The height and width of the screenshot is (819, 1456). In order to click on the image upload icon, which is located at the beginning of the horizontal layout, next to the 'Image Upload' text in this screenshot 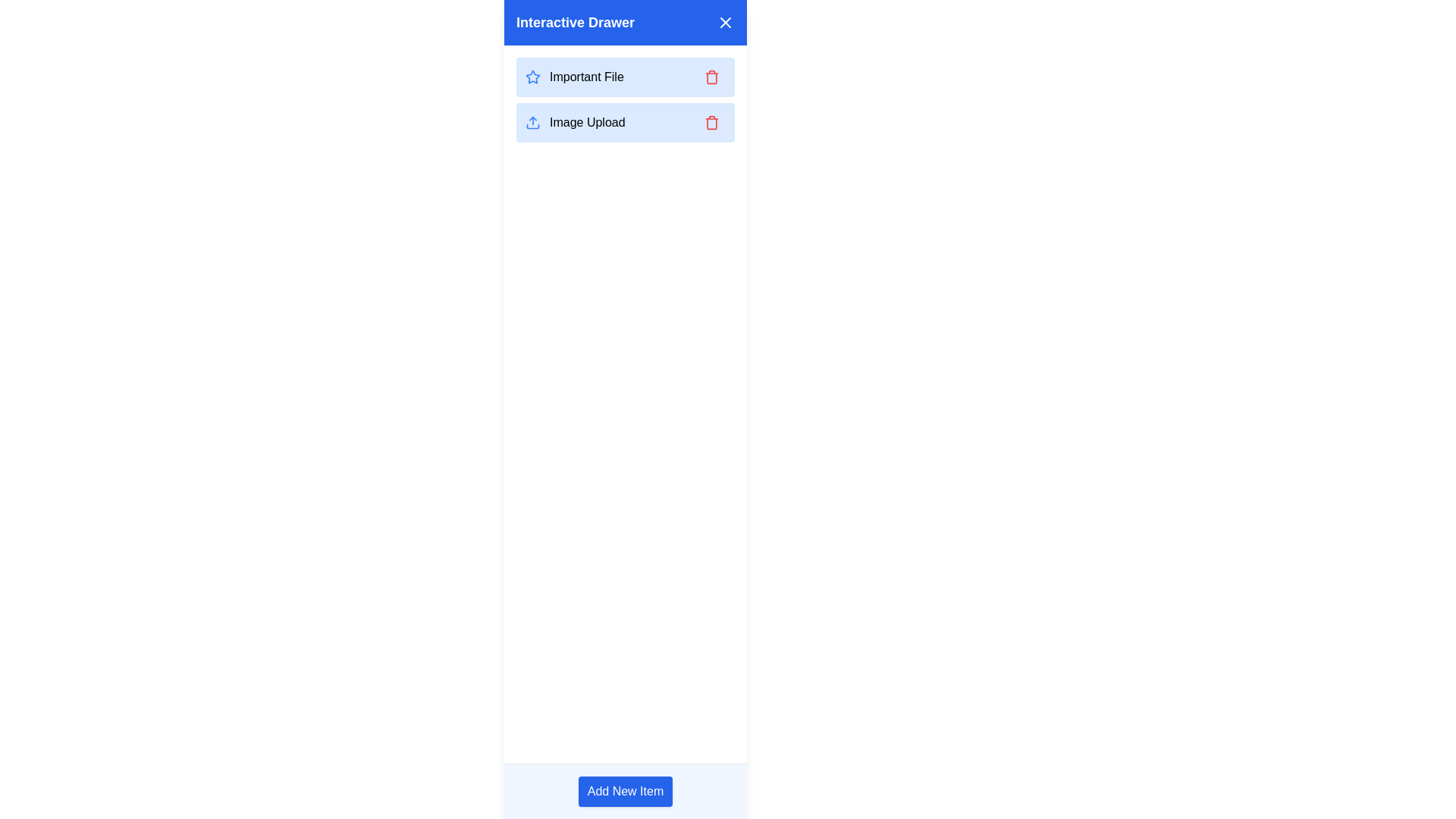, I will do `click(532, 122)`.